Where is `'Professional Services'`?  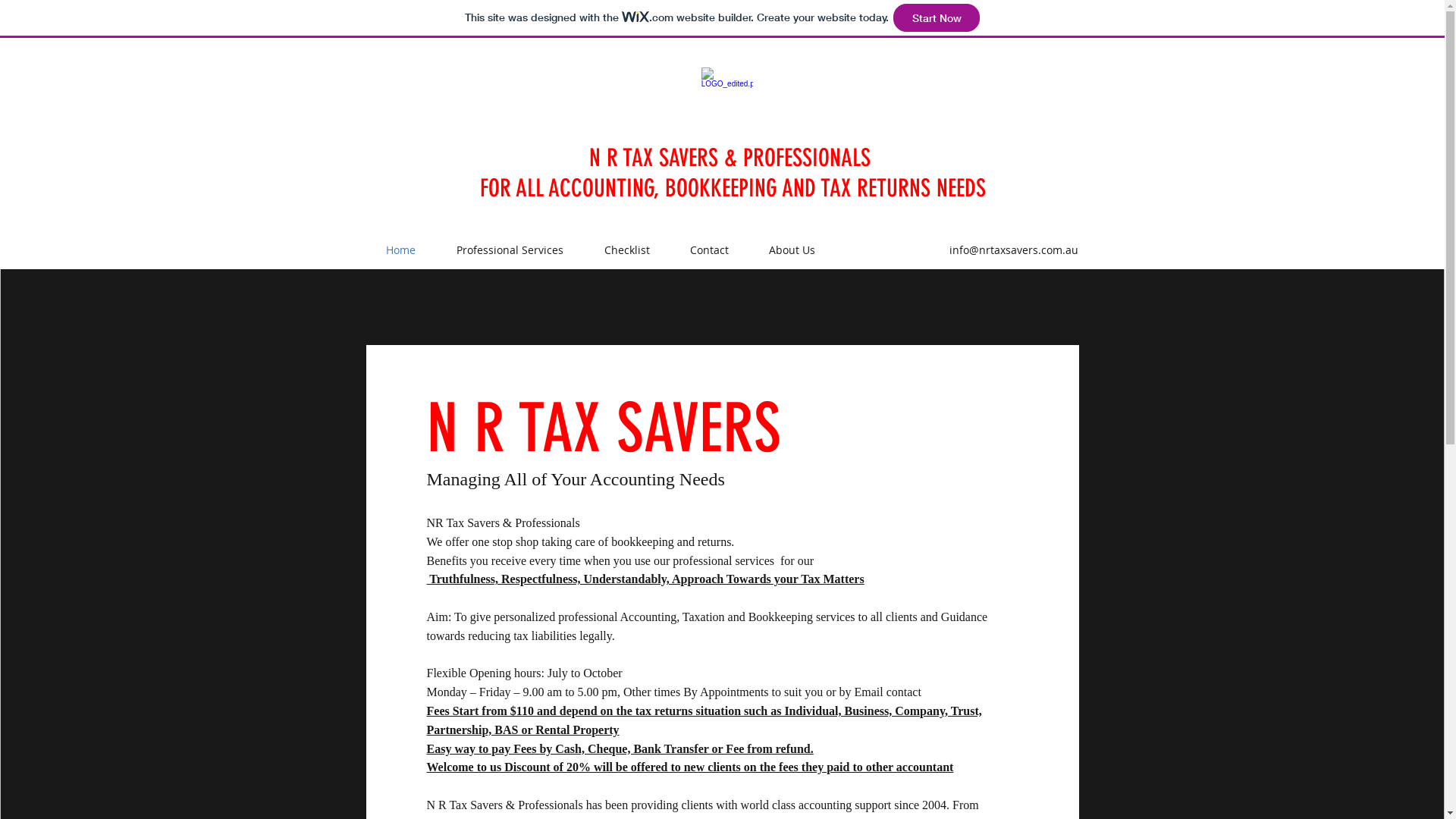
'Professional Services' is located at coordinates (510, 249).